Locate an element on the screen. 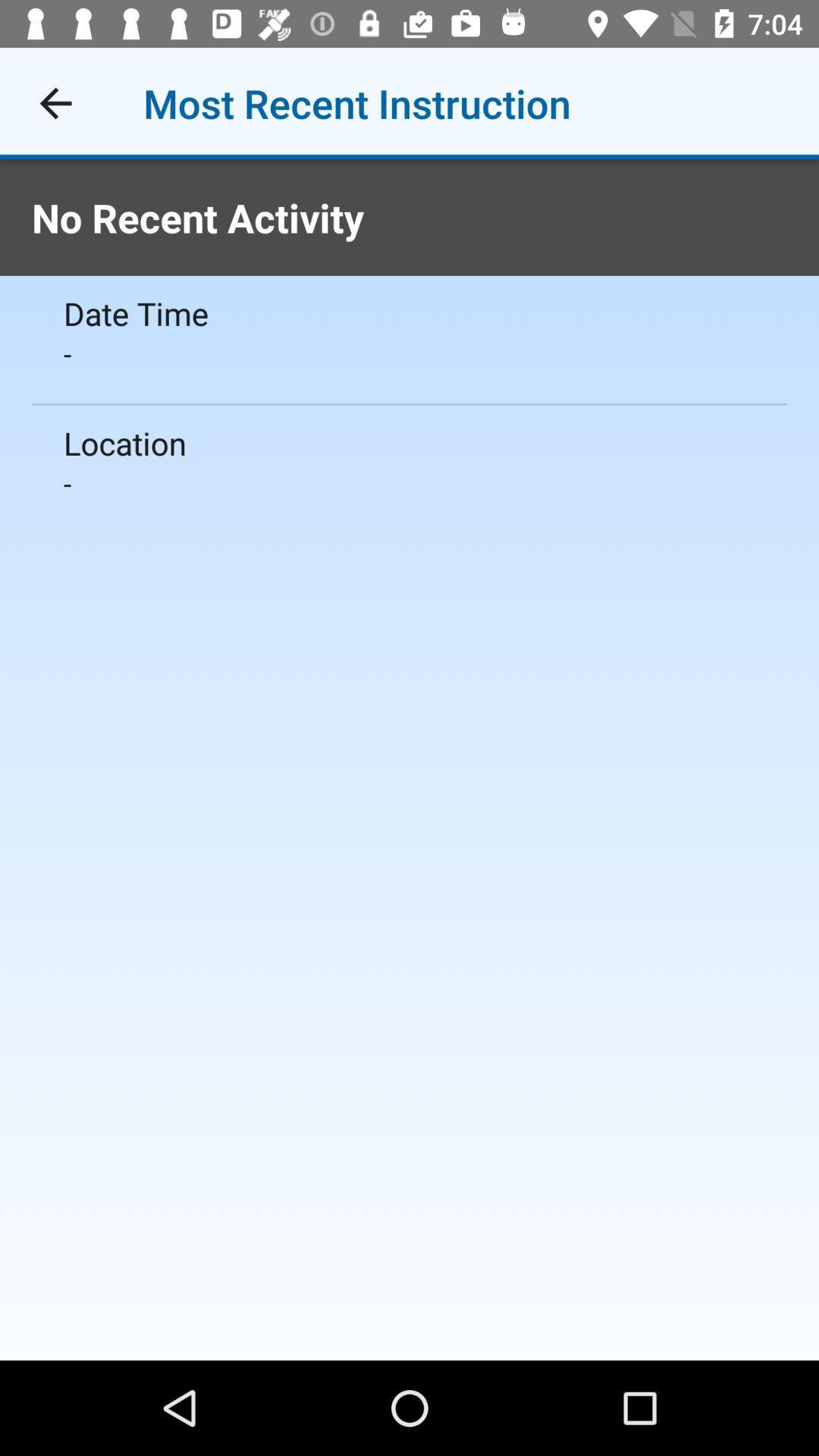  the icon above location icon is located at coordinates (409, 353).